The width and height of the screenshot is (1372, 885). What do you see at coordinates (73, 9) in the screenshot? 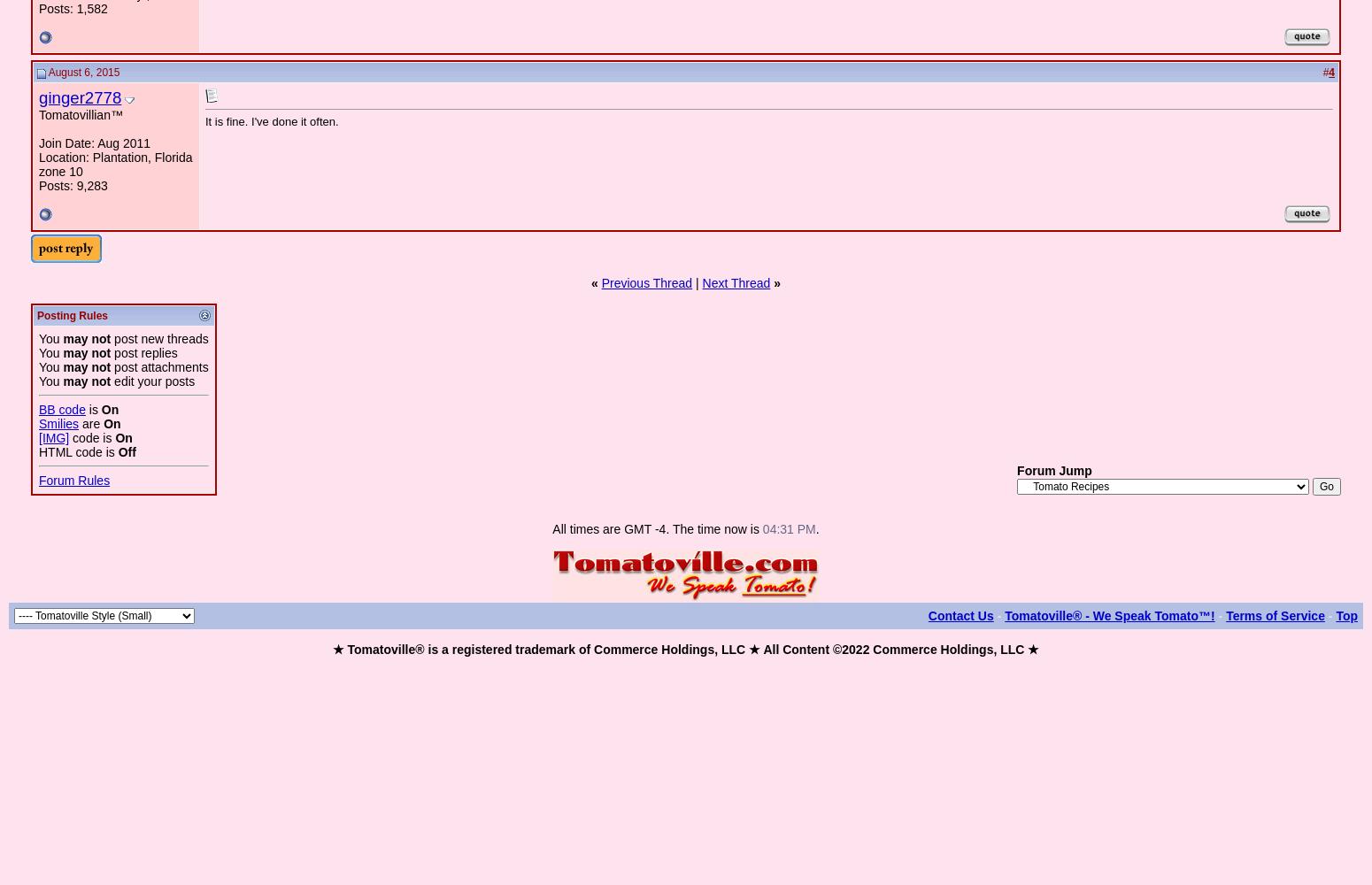
I see `'Posts: 1,582'` at bounding box center [73, 9].